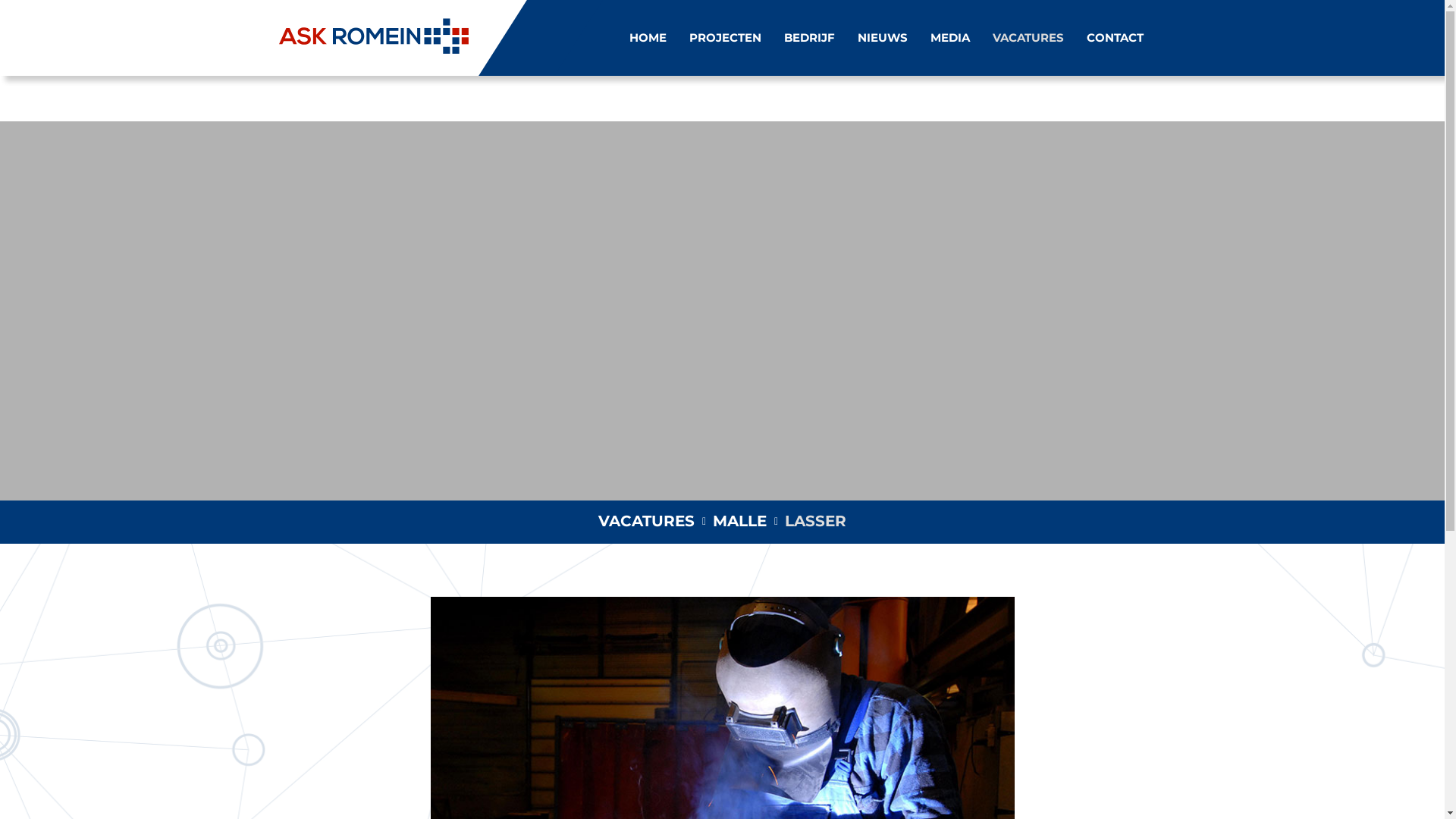 This screenshot has width=1456, height=819. What do you see at coordinates (949, 37) in the screenshot?
I see `'MEDIA'` at bounding box center [949, 37].